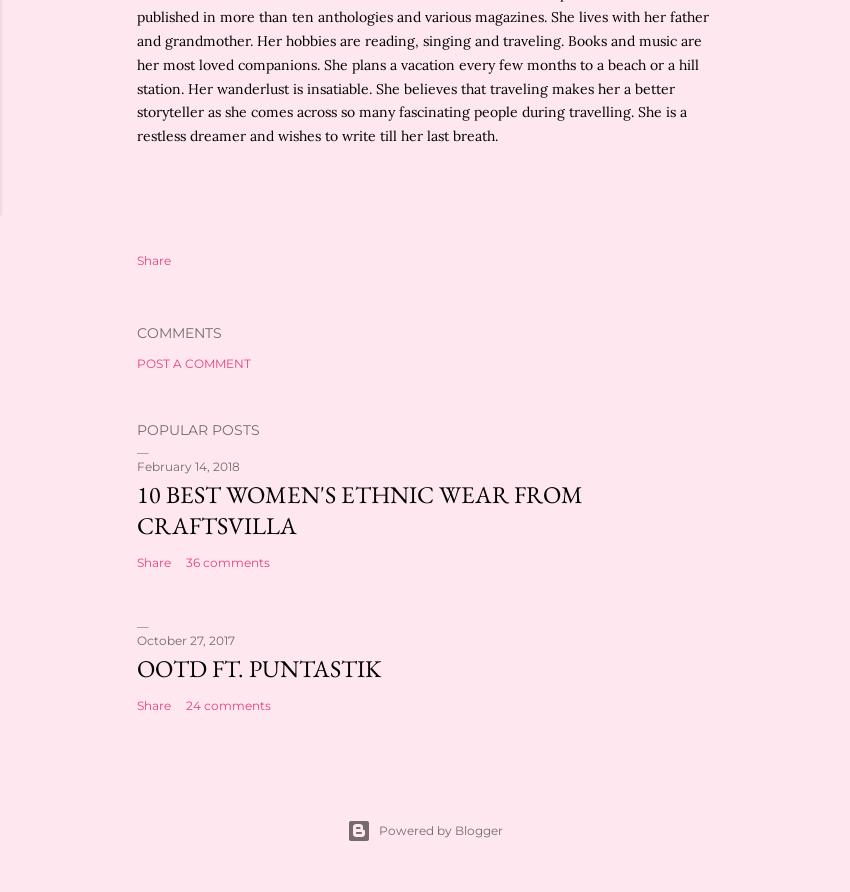  What do you see at coordinates (187, 466) in the screenshot?
I see `'February 14, 2018'` at bounding box center [187, 466].